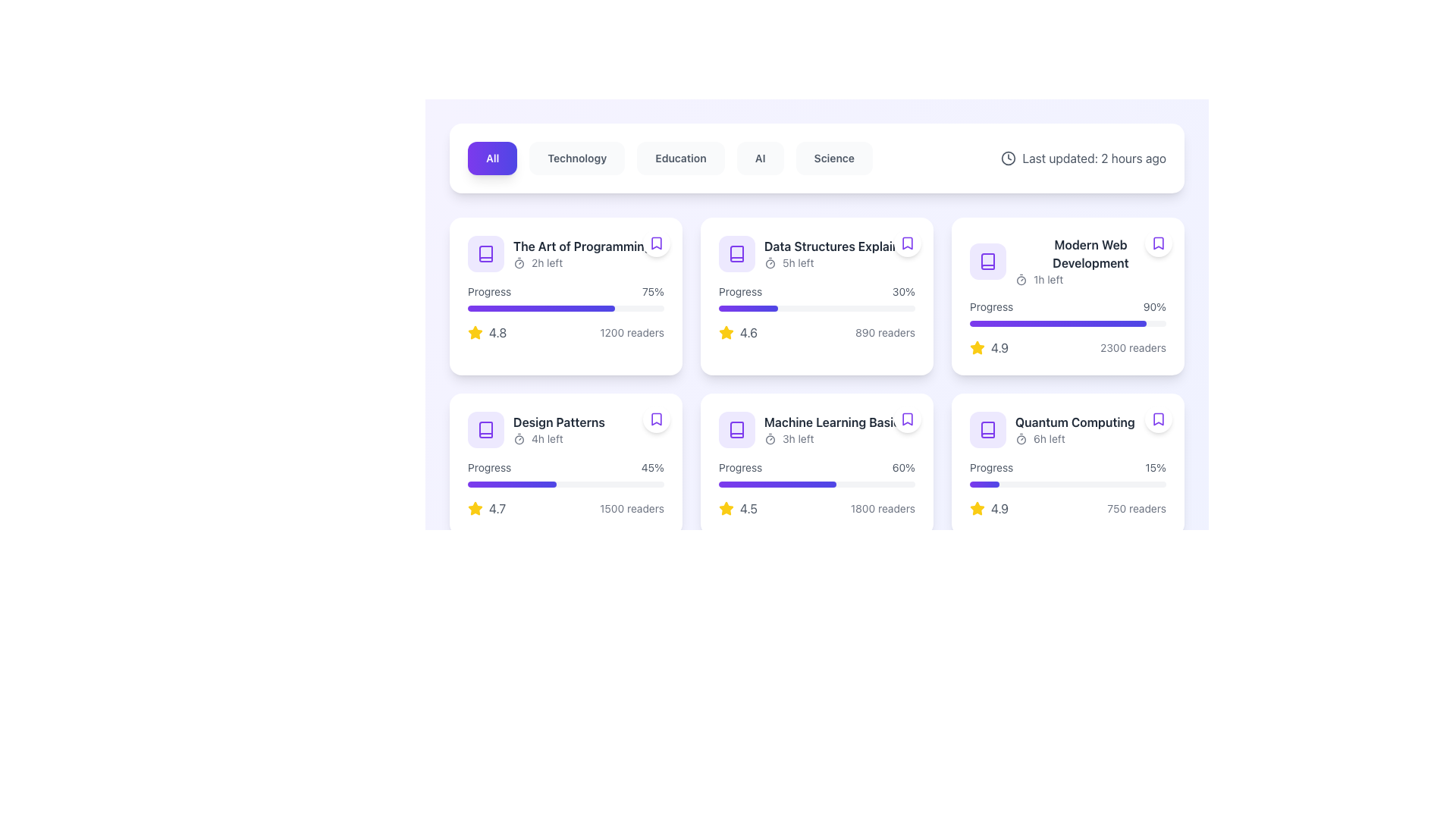 The width and height of the screenshot is (1456, 819). What do you see at coordinates (816, 308) in the screenshot?
I see `the progress bar located at the bottom of the card titled 'Data Structures Explained', which has a light gray background and a filled portion styled with a purple gradient, covering approximately 30% of its length` at bounding box center [816, 308].